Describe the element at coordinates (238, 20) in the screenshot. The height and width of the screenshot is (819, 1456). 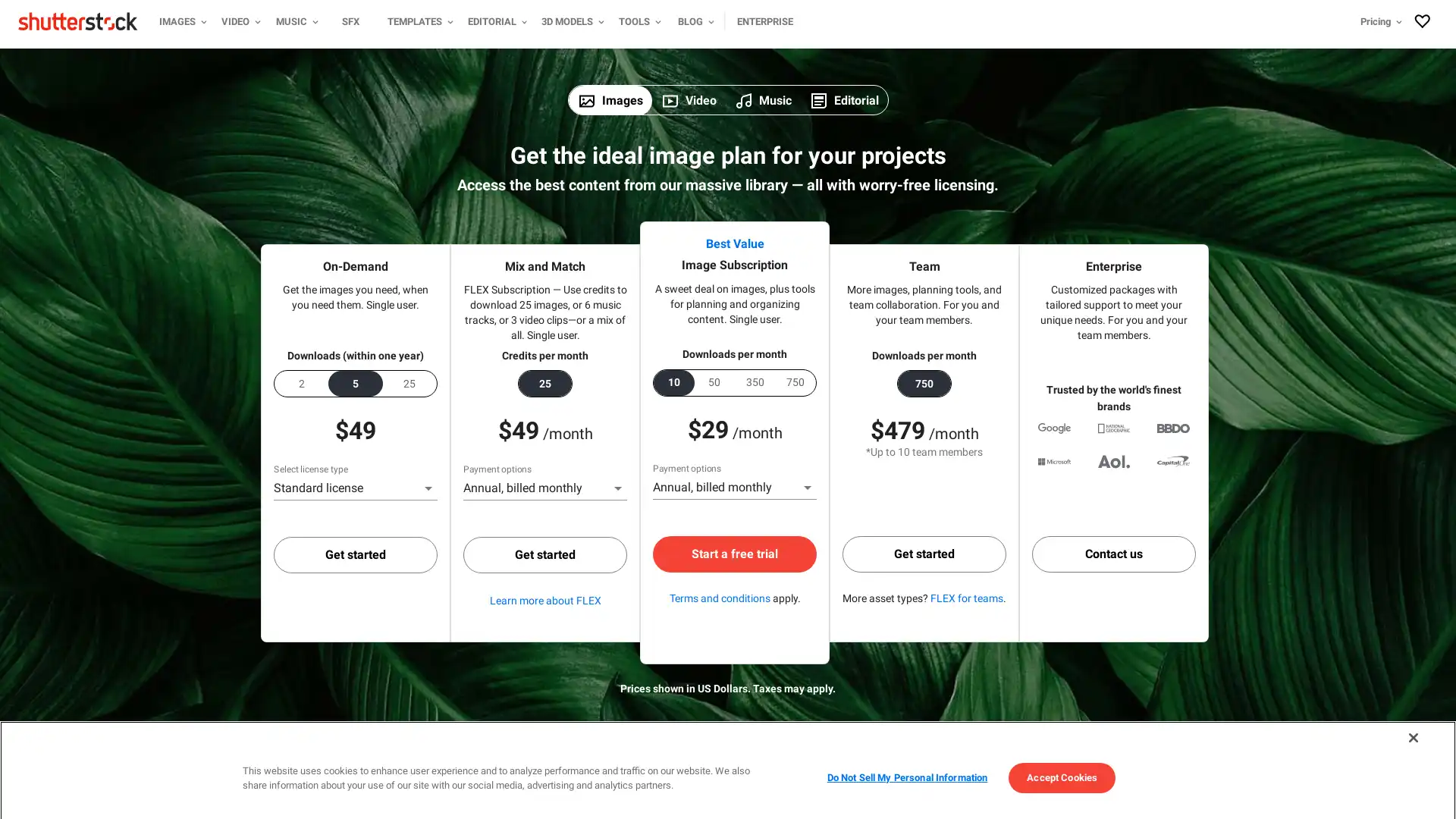
I see `Video` at that location.